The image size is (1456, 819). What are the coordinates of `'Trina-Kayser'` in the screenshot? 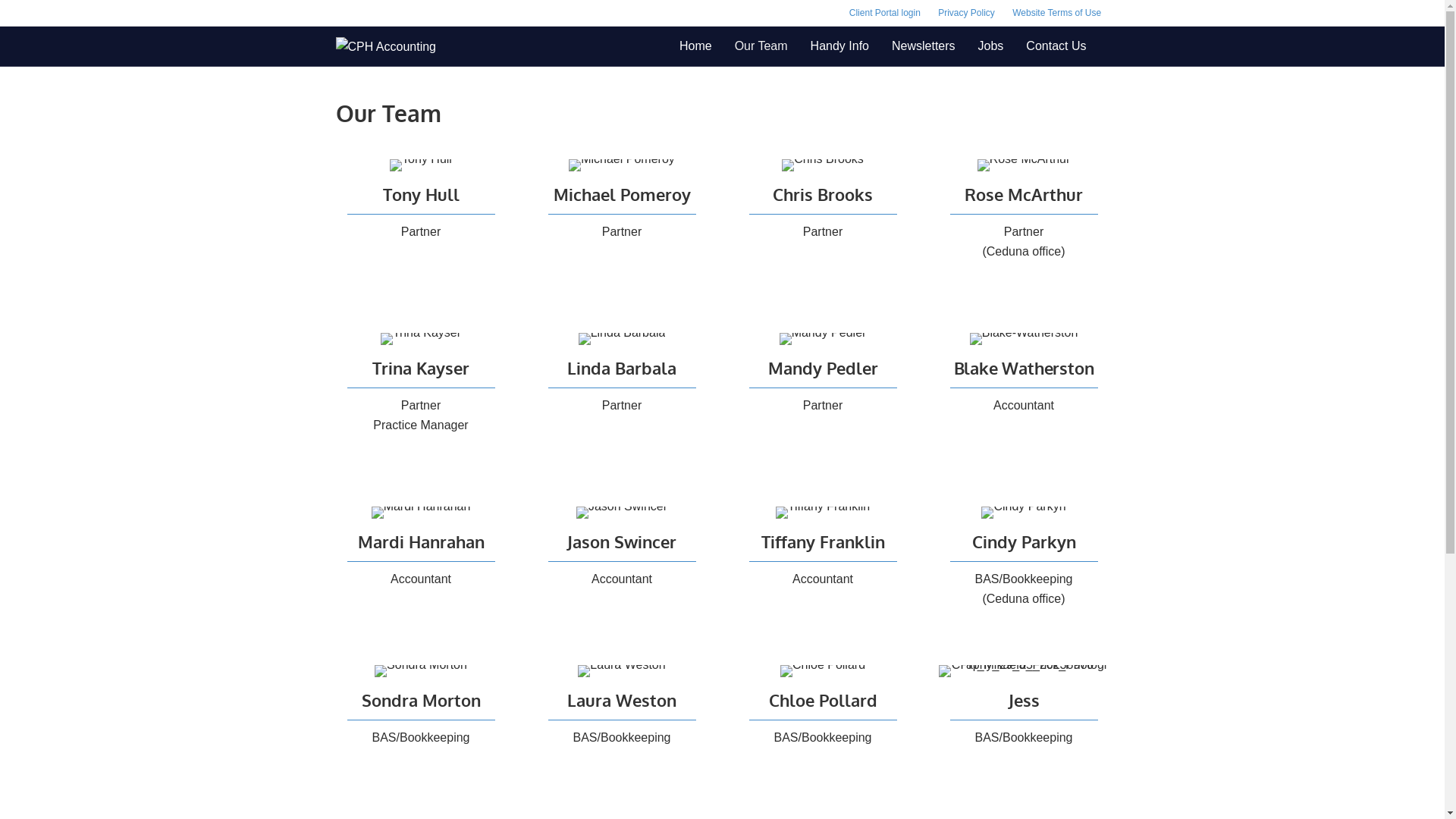 It's located at (421, 338).